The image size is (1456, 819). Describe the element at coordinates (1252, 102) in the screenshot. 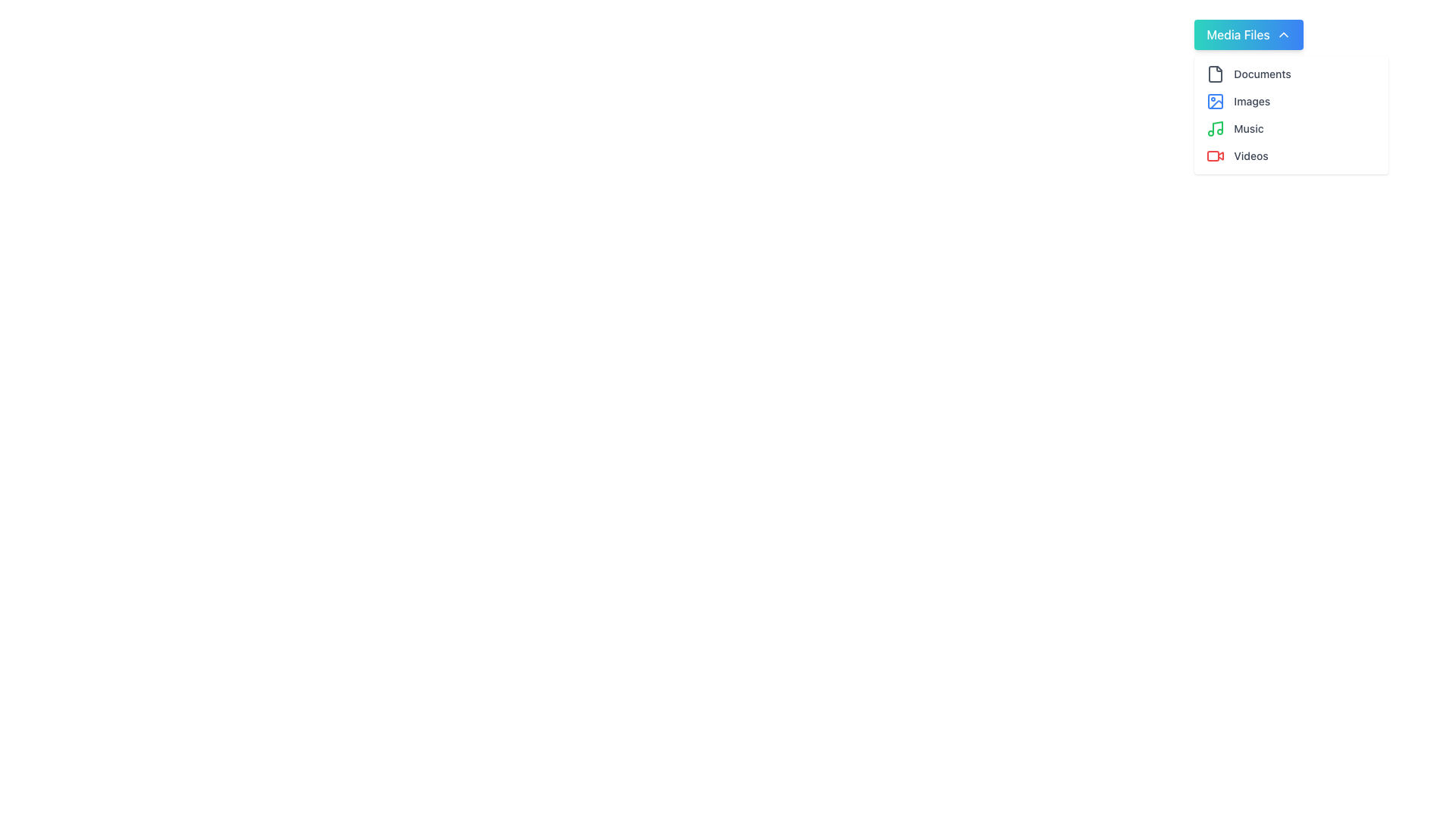

I see `the 'Images' text label, which is the second item in the 'Media Files' list` at that location.